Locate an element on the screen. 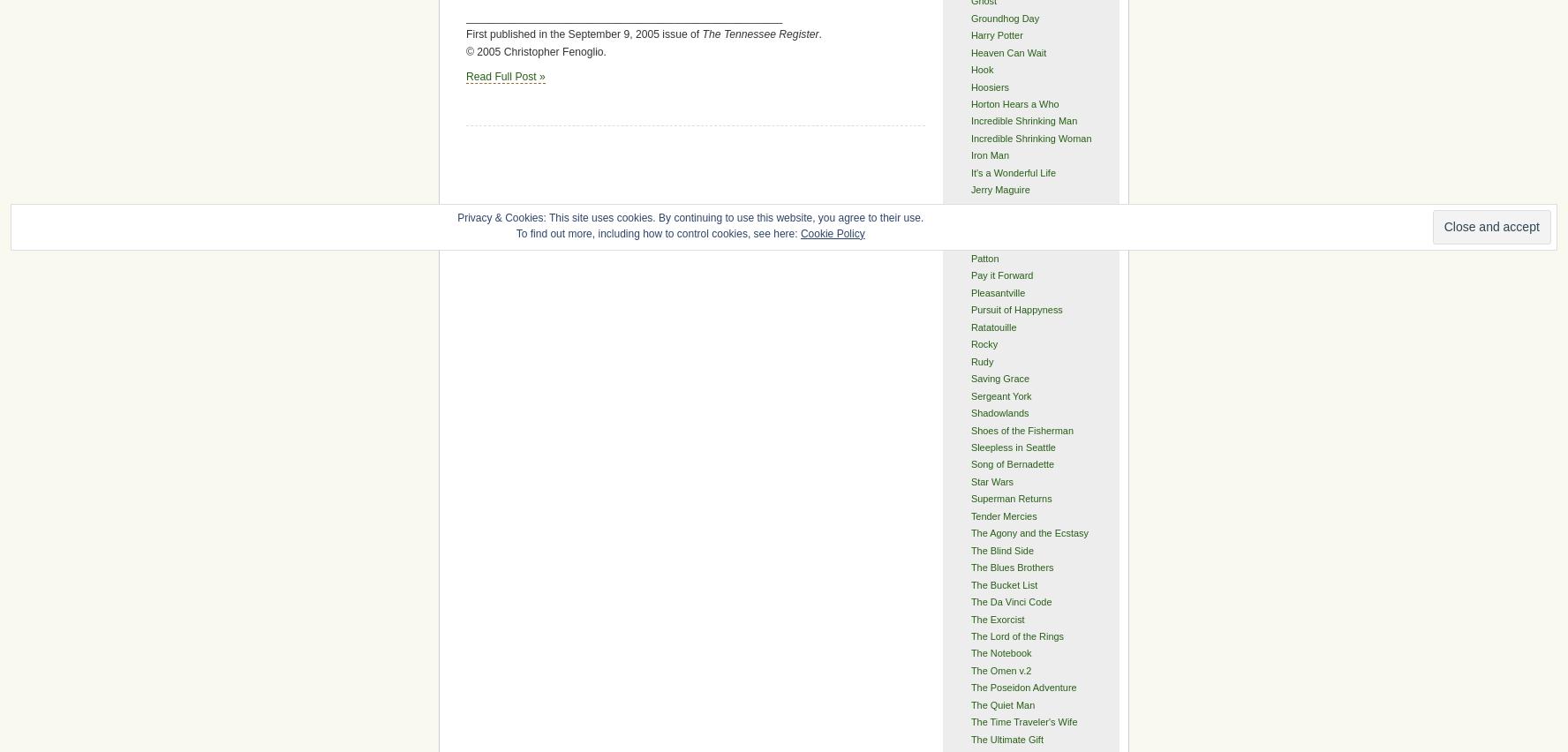 This screenshot has height=752, width=1568. '© 2005 Christopher Fenoglio.' is located at coordinates (535, 51).